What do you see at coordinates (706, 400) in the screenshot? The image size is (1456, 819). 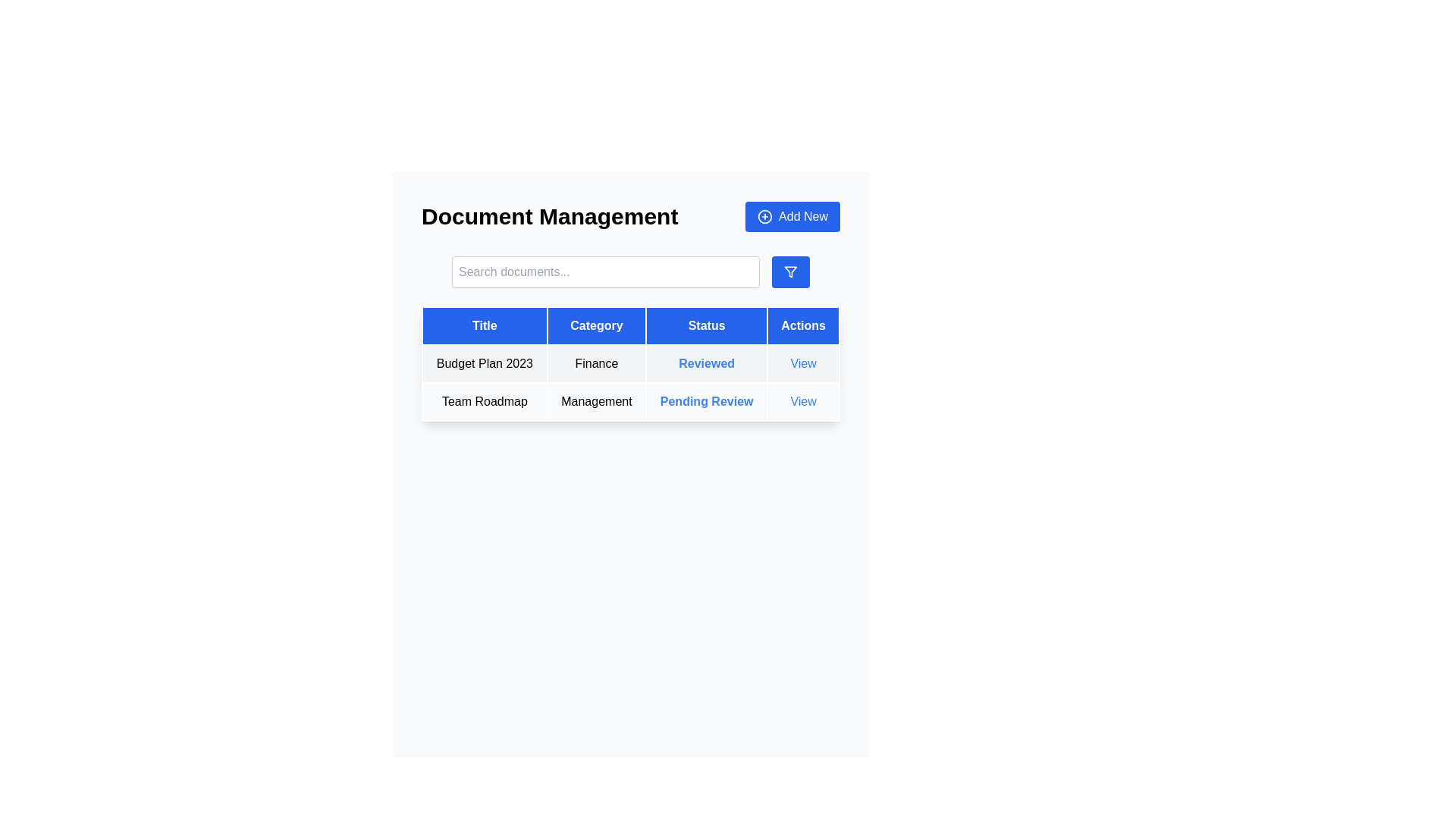 I see `the status indicator text label in the second row of the table, which shows that the corresponding item is awaiting review` at bounding box center [706, 400].